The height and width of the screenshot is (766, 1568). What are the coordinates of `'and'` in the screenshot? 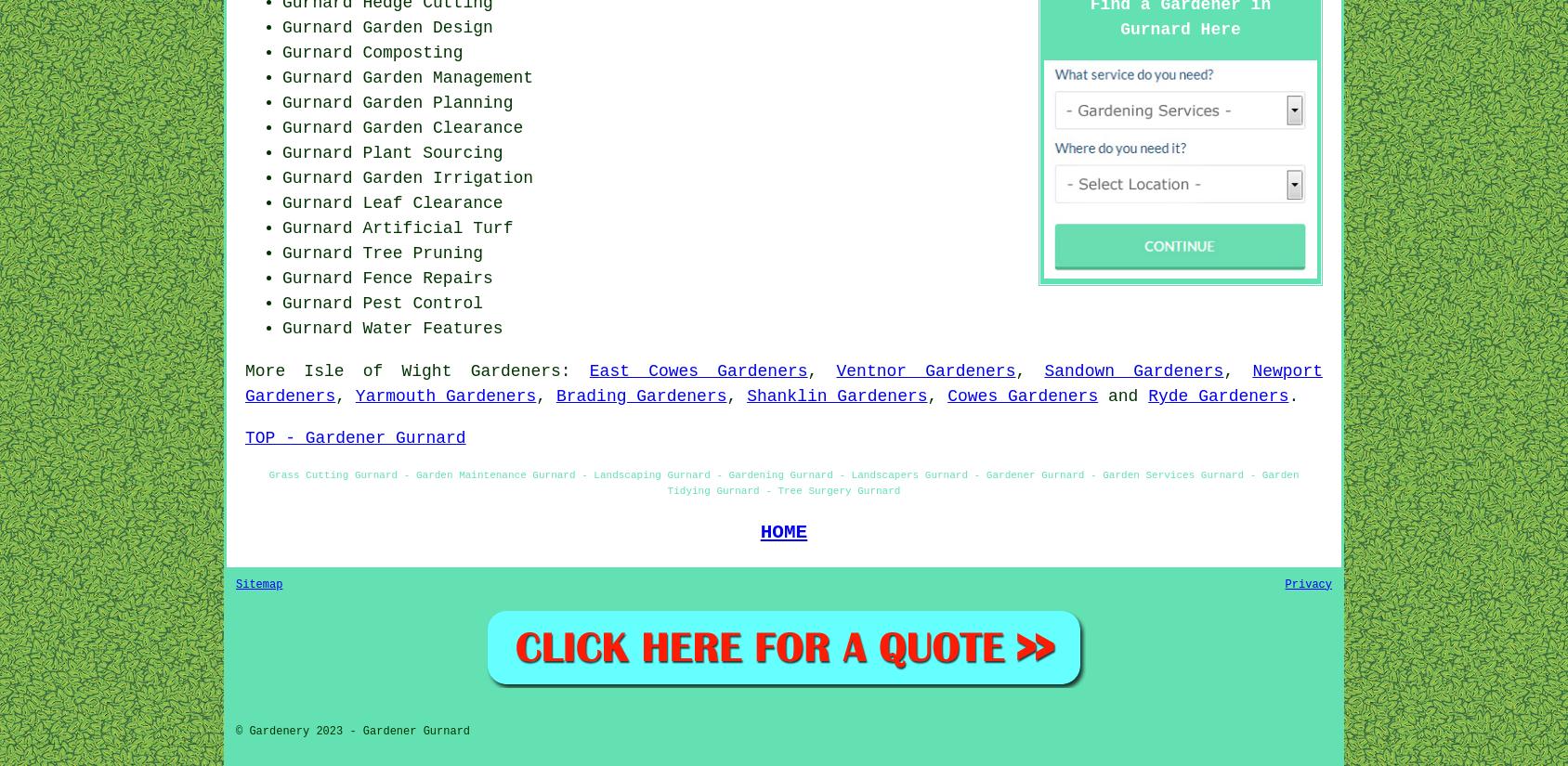 It's located at (1122, 396).